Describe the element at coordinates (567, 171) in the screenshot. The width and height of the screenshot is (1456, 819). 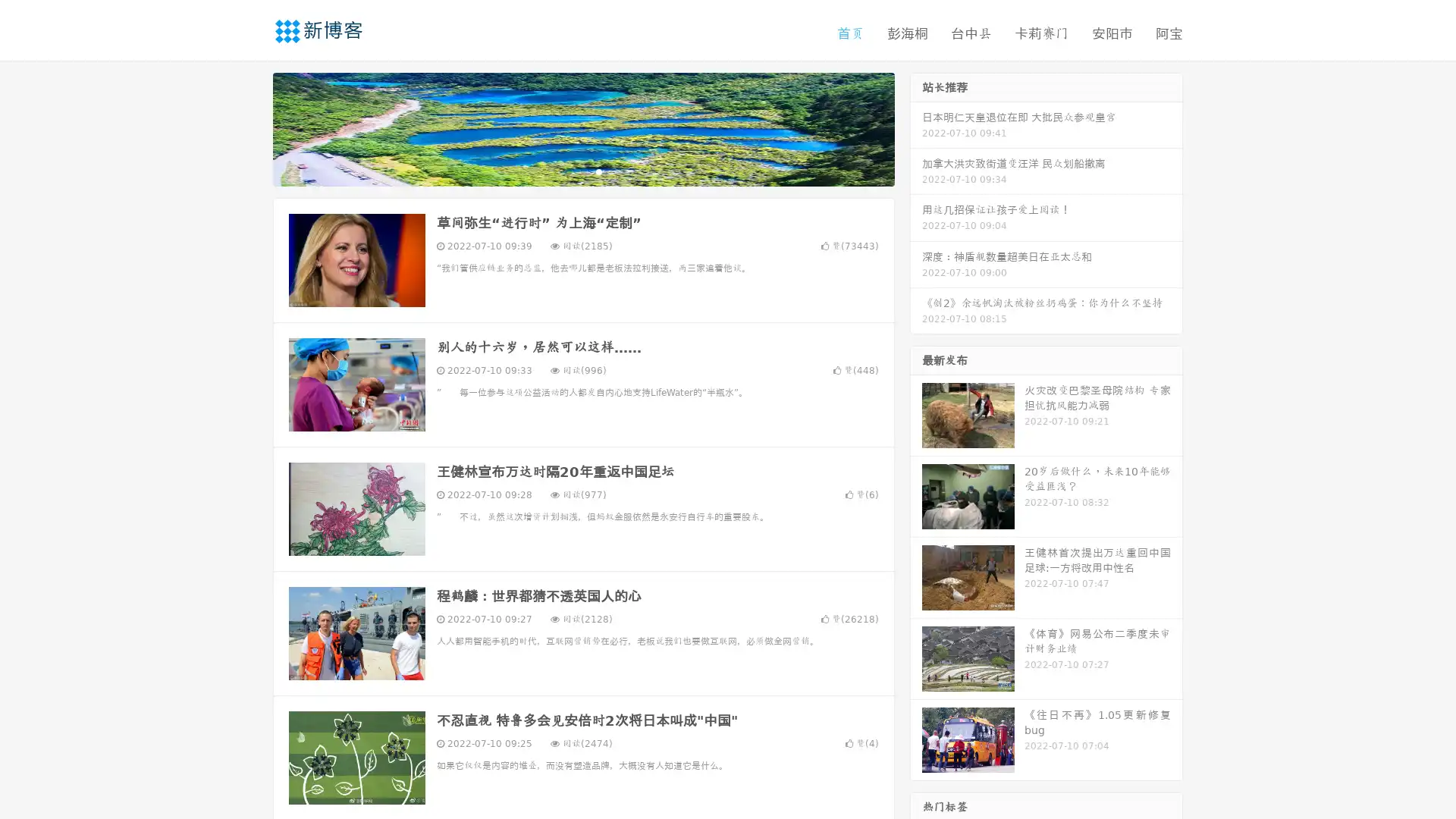
I see `Go to slide 1` at that location.